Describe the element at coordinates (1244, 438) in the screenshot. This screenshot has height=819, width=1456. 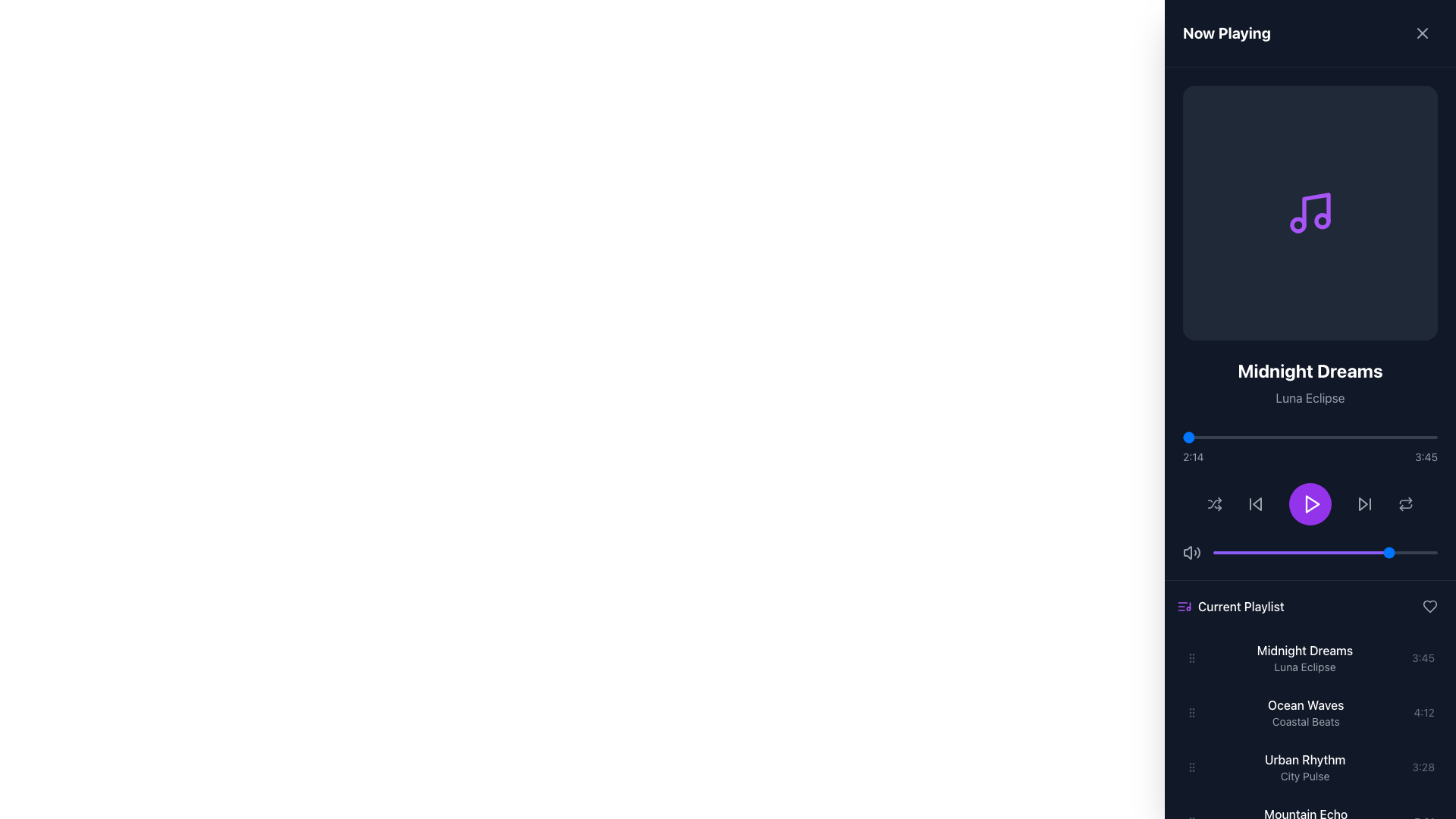
I see `the playback progress` at that location.